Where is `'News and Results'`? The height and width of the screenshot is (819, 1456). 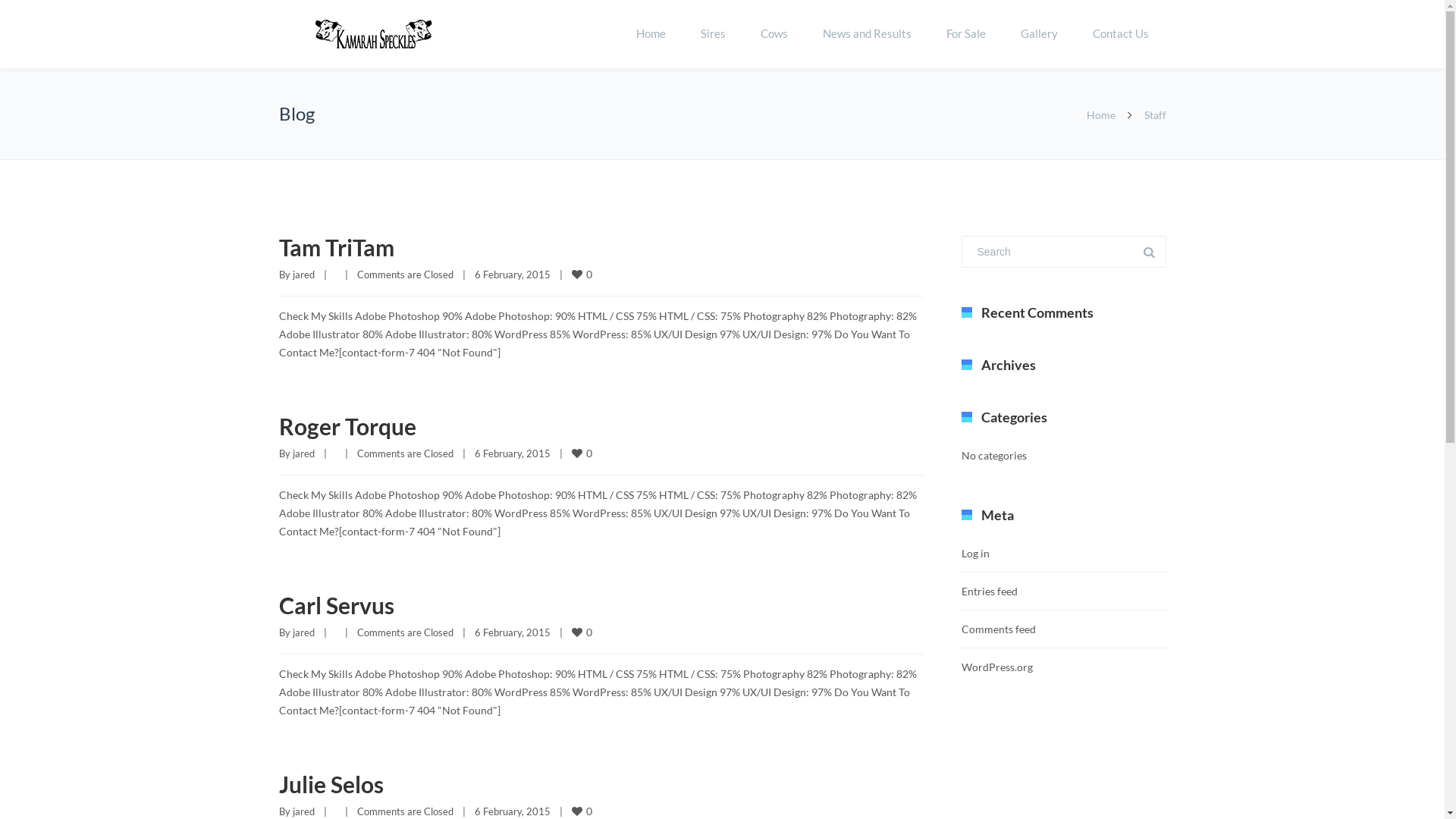 'News and Results' is located at coordinates (804, 34).